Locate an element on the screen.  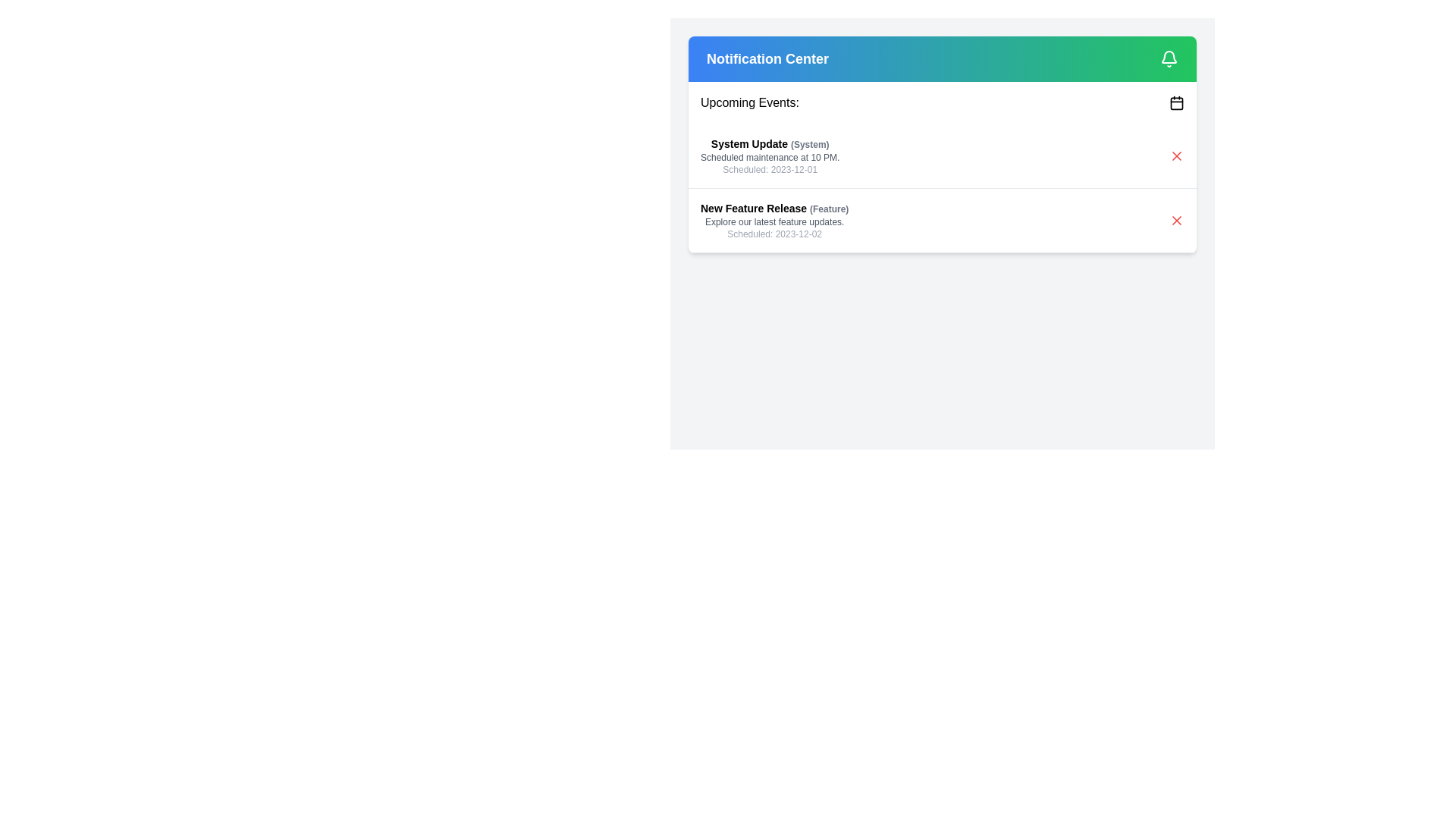
the red cross icon in the top-right corner of the 'System Update' notification card is located at coordinates (1175, 220).